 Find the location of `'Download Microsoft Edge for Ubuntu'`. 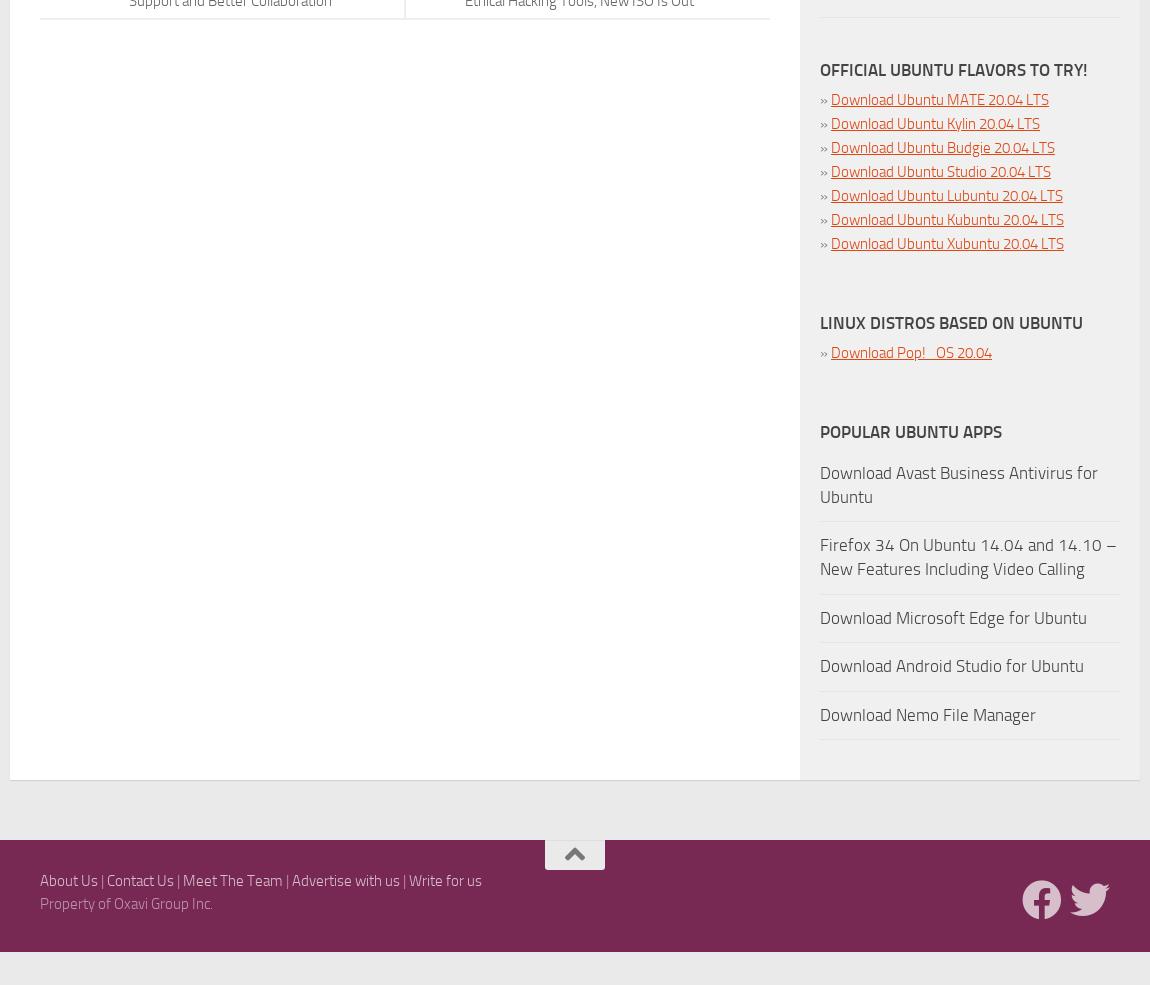

'Download Microsoft Edge for Ubuntu' is located at coordinates (818, 616).